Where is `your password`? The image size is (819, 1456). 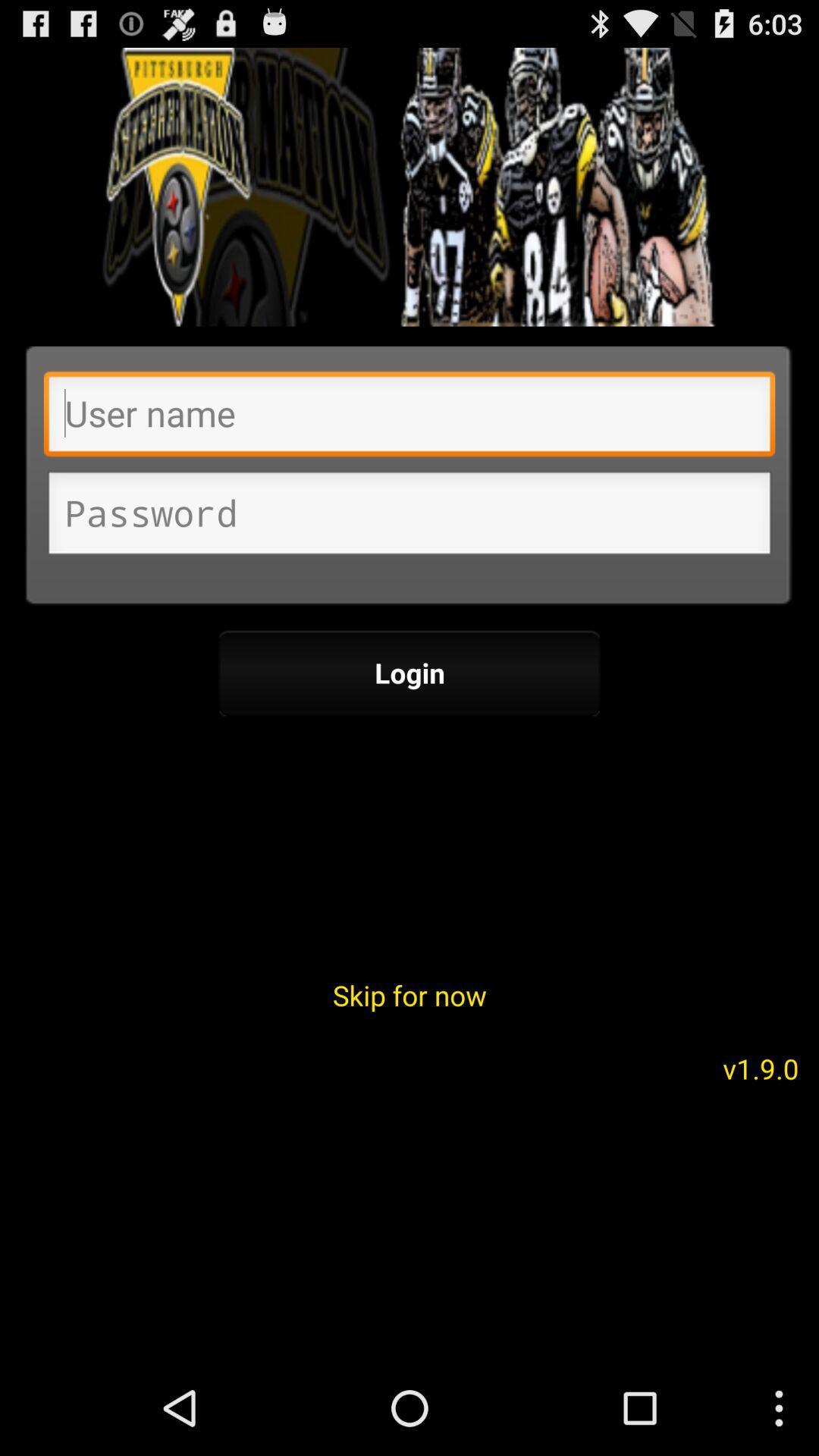 your password is located at coordinates (409, 517).